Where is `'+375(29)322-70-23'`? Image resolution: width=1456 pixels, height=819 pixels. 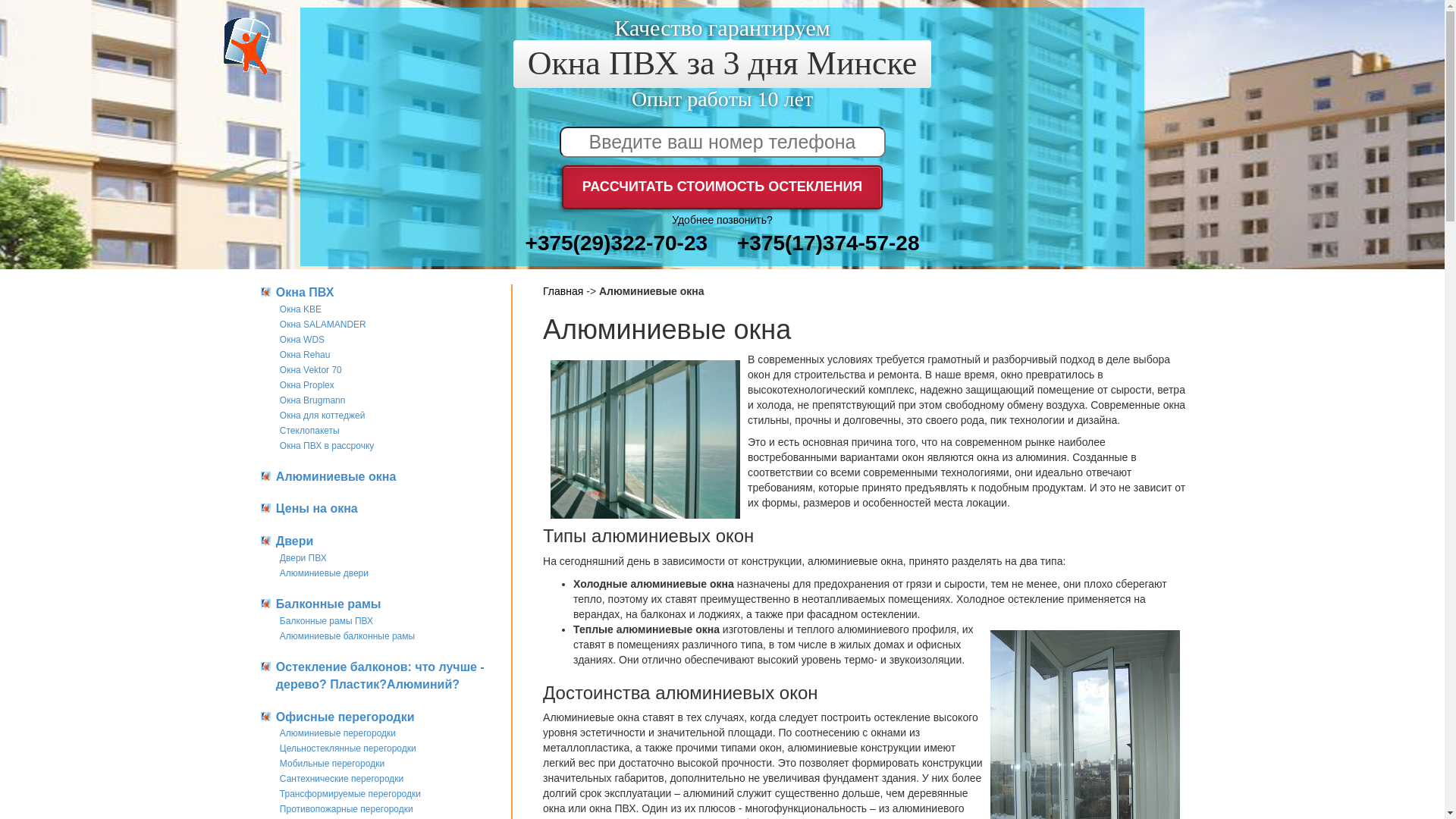
'+375(29)322-70-23' is located at coordinates (617, 242).